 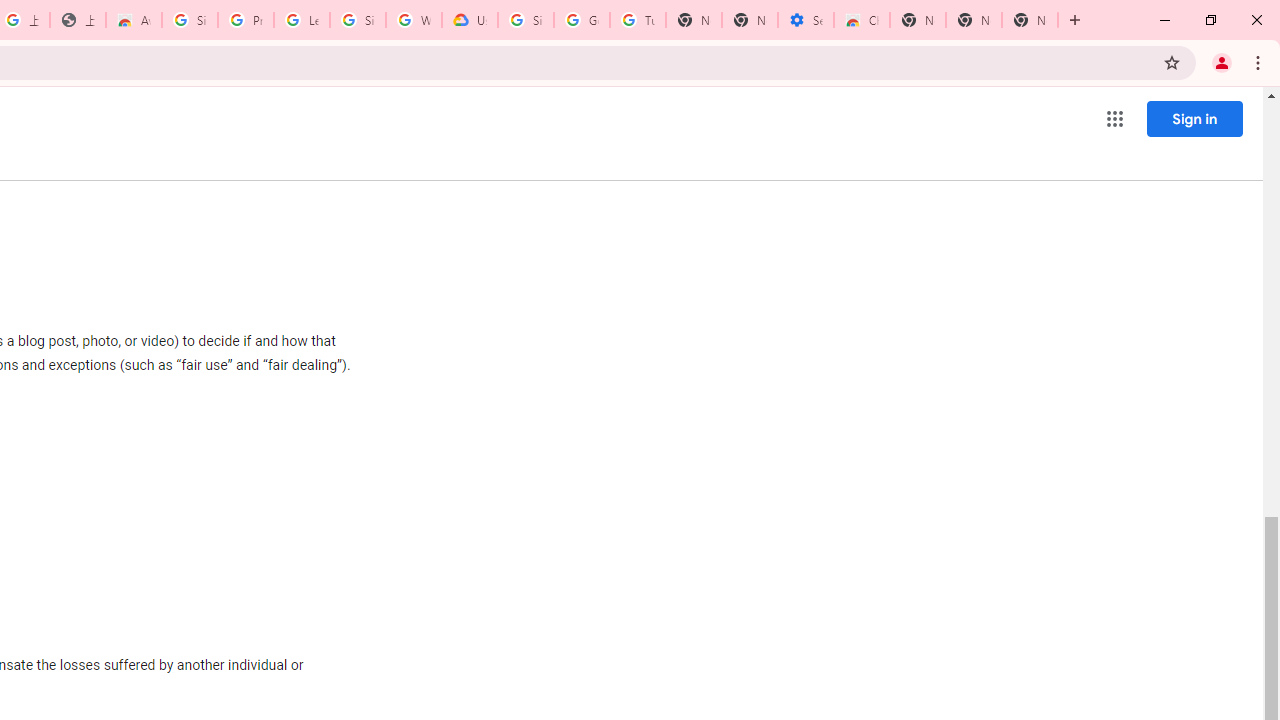 What do you see at coordinates (413, 20) in the screenshot?
I see `'Who are Google'` at bounding box center [413, 20].